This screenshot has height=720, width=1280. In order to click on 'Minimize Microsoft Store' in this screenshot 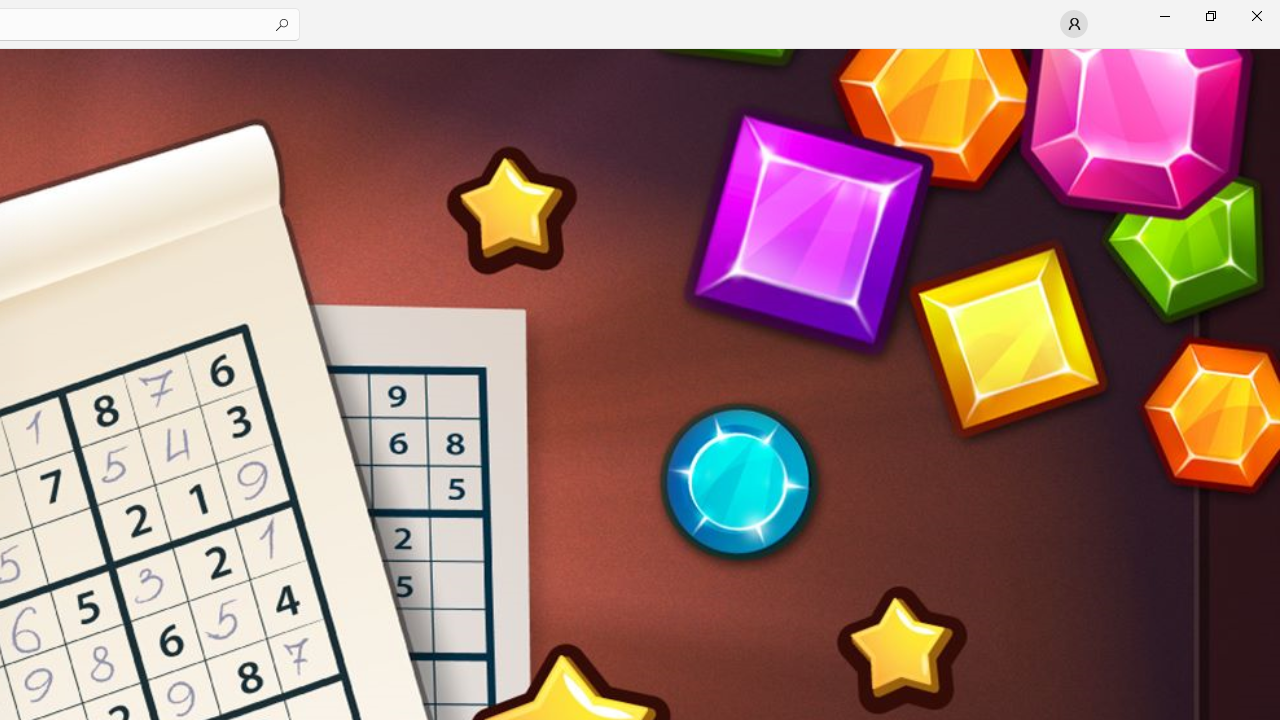, I will do `click(1164, 15)`.